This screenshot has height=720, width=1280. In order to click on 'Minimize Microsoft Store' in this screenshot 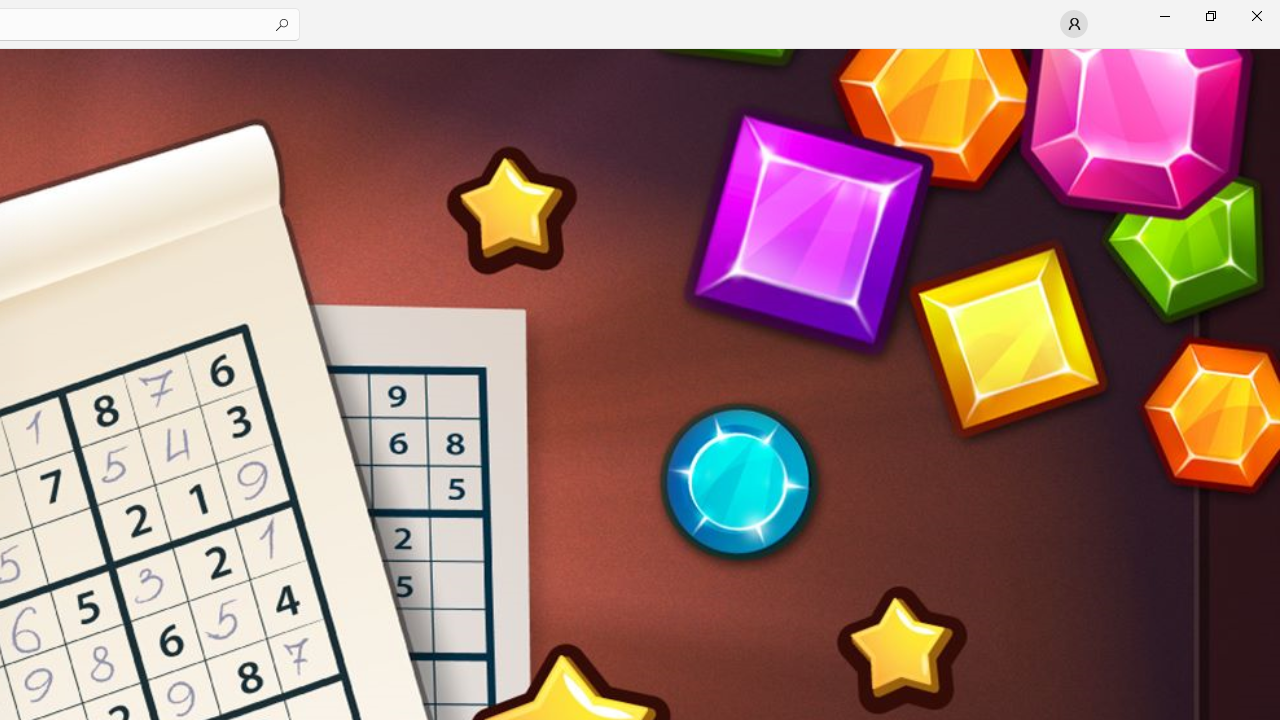, I will do `click(1164, 15)`.